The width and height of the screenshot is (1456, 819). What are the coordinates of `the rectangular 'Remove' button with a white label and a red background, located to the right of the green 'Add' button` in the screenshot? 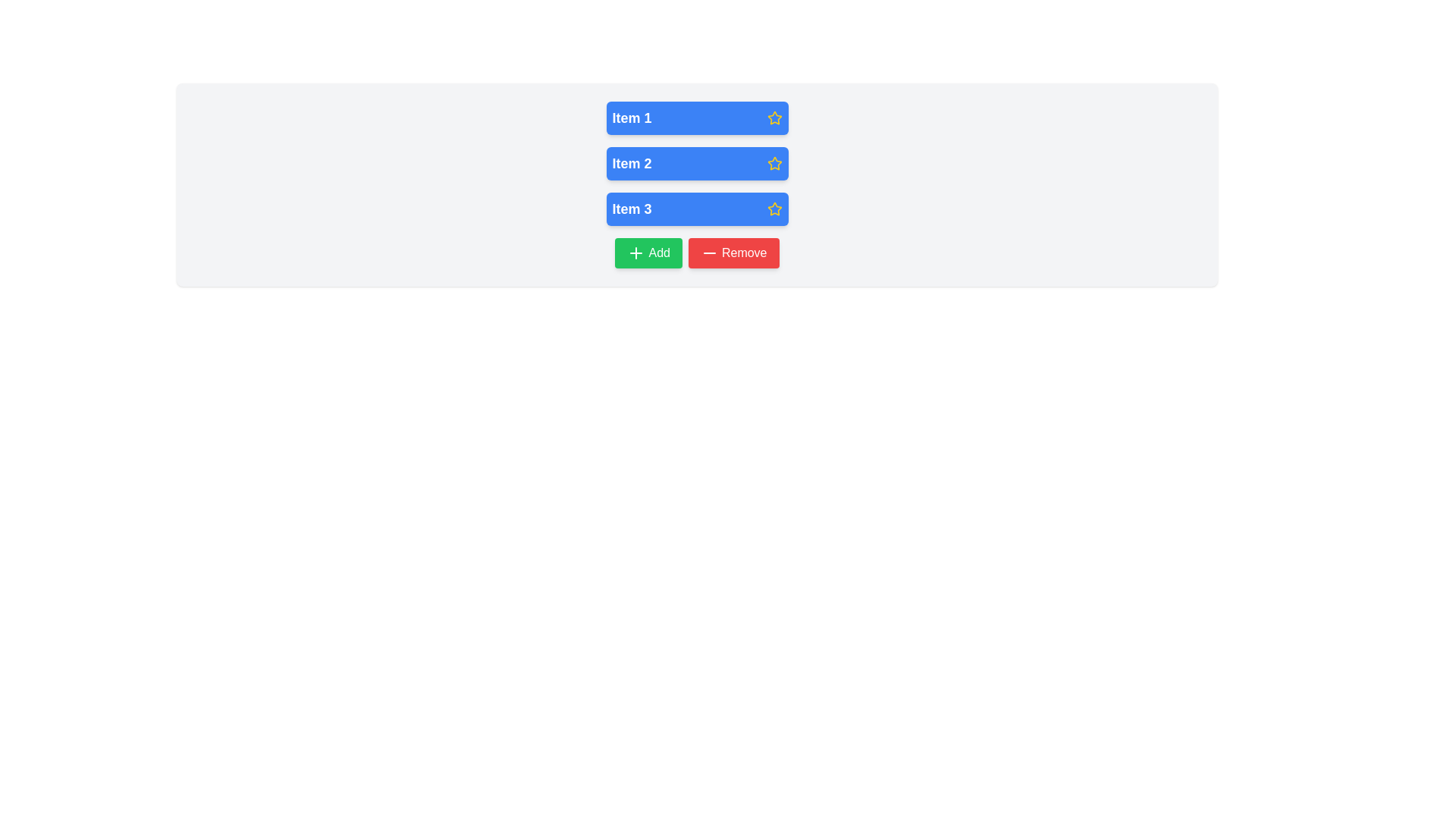 It's located at (733, 253).